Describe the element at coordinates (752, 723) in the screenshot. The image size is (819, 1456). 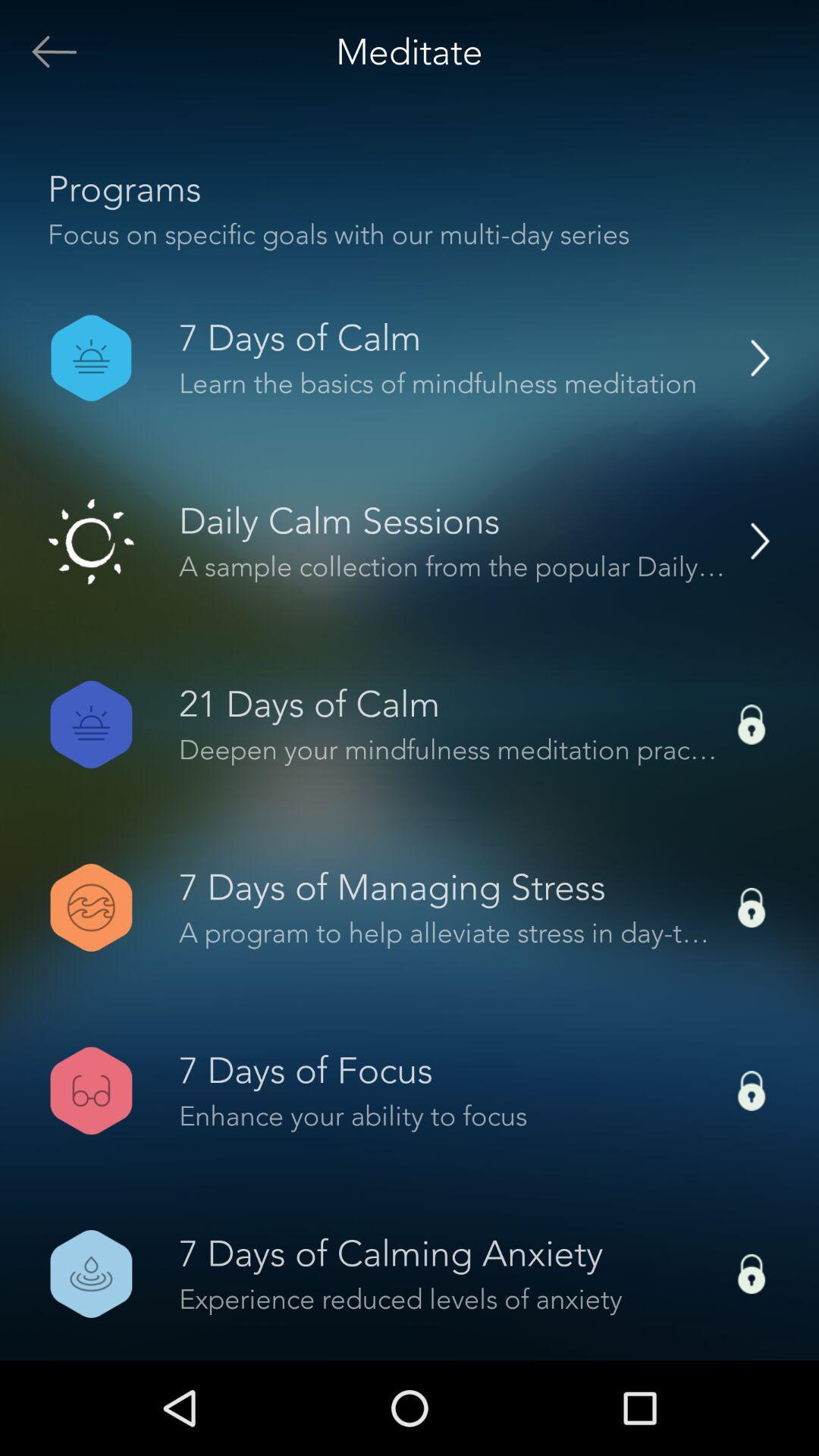
I see `the first lock symbol` at that location.